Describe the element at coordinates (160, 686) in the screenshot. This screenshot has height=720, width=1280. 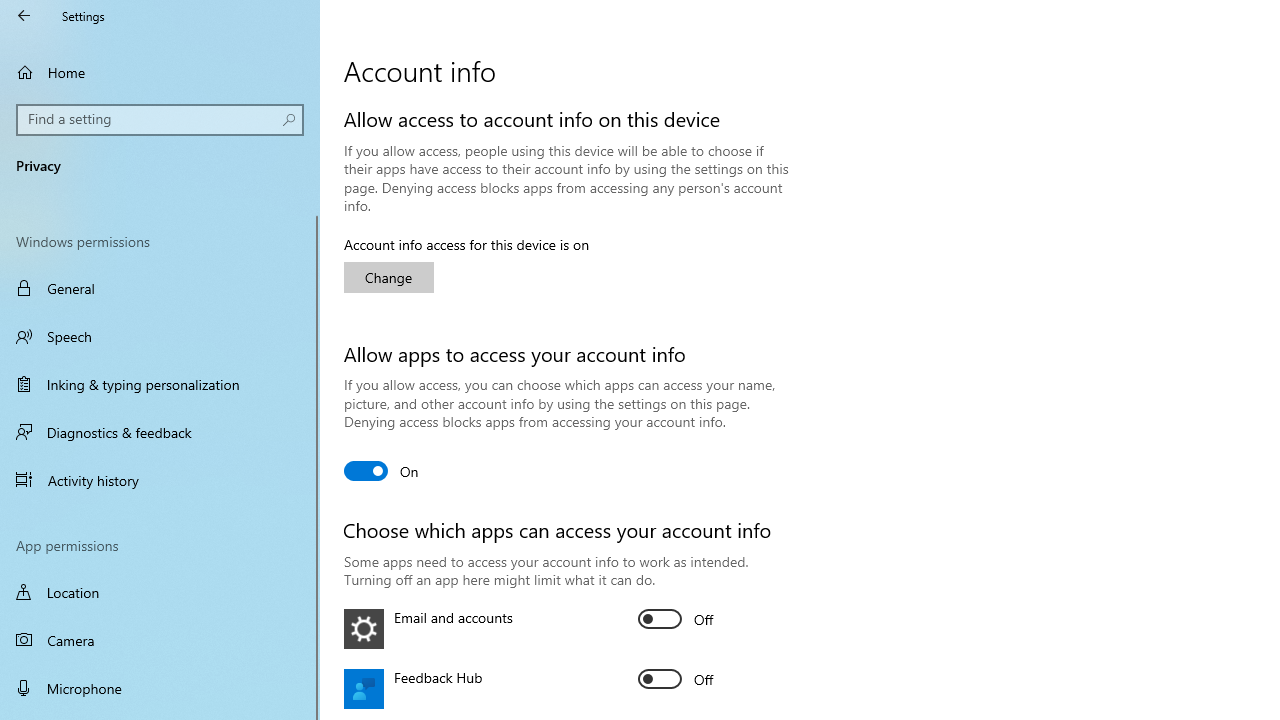
I see `'Microphone'` at that location.